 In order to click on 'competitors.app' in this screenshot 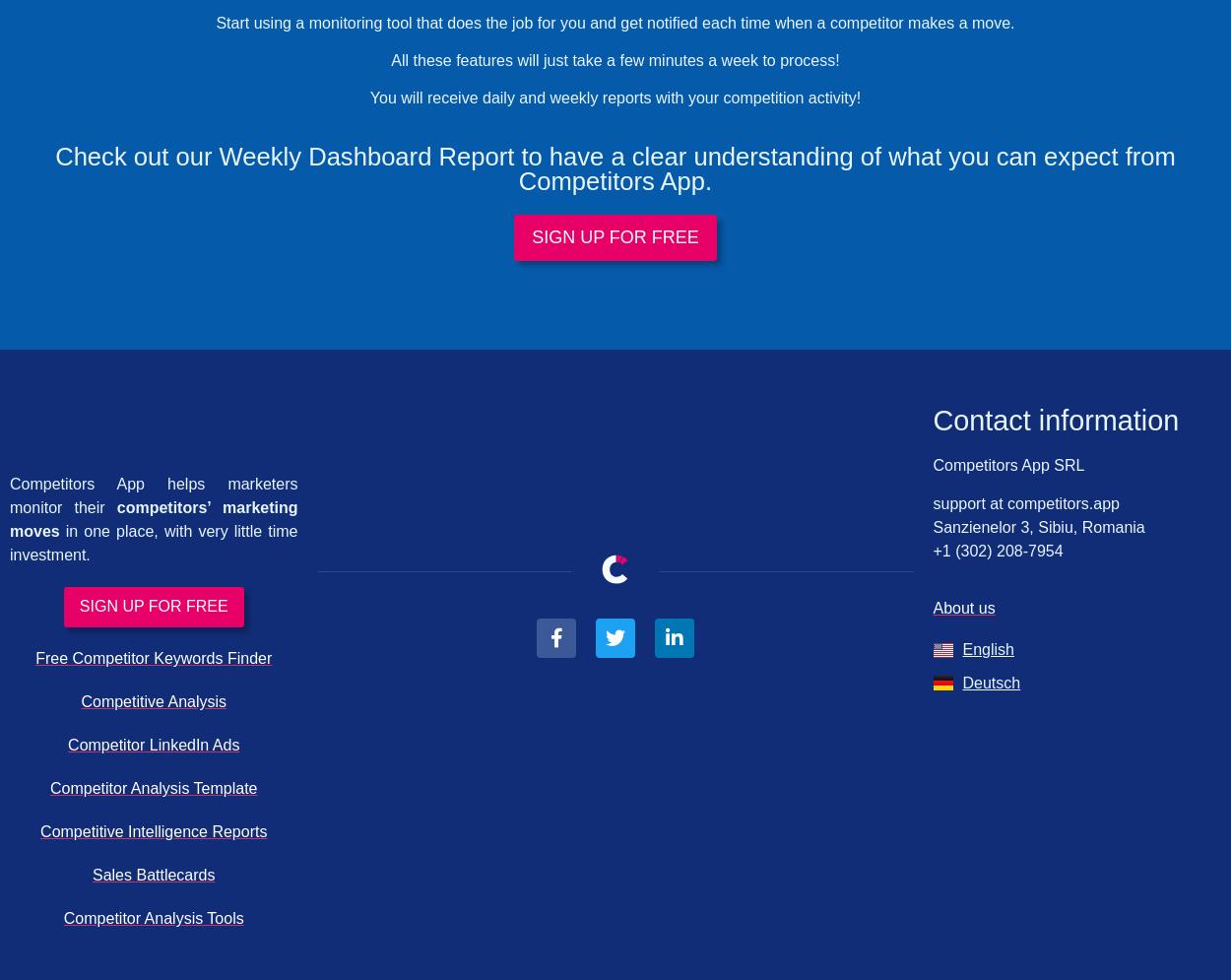, I will do `click(1060, 501)`.